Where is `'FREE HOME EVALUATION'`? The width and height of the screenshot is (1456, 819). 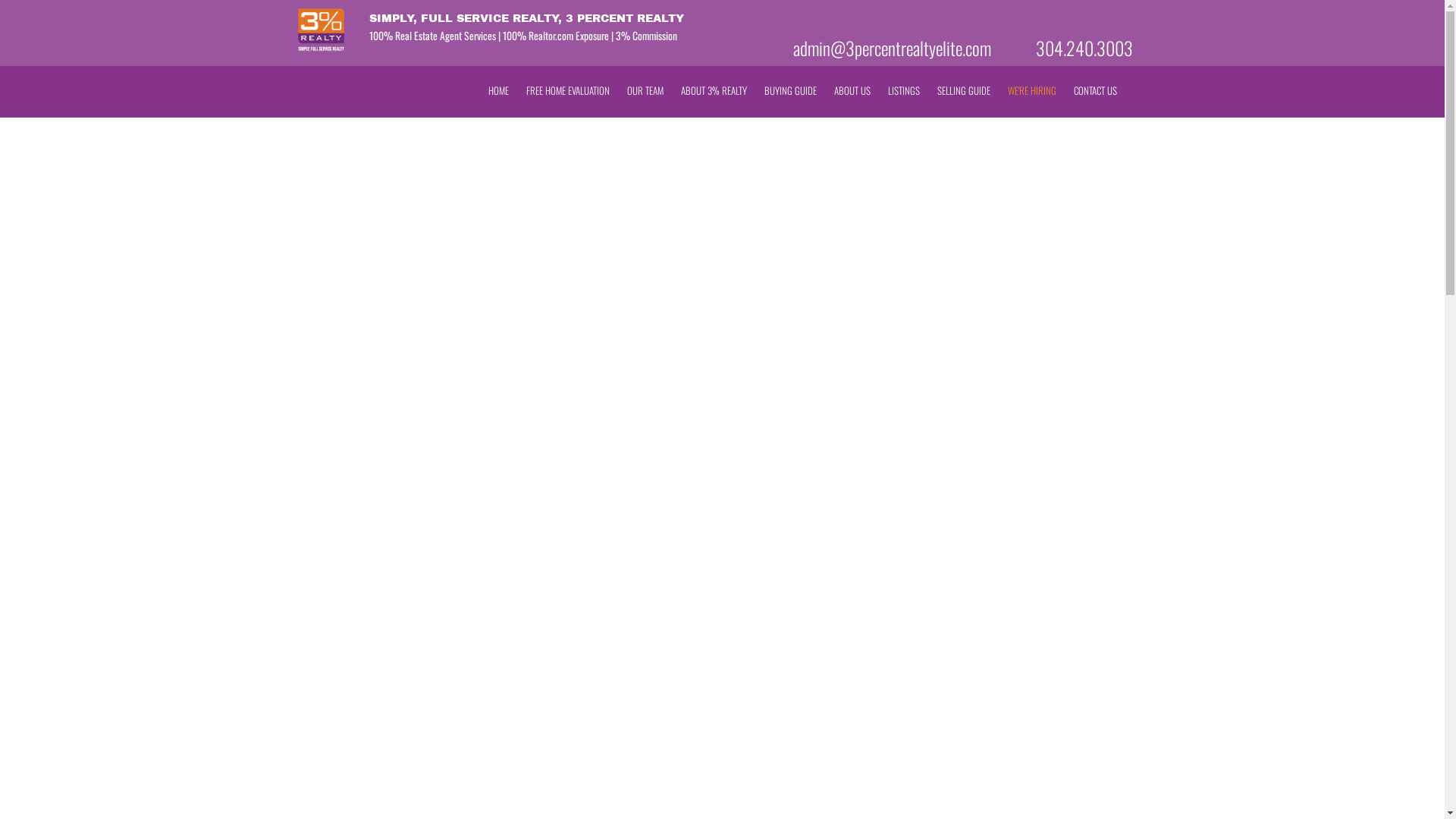
'FREE HOME EVALUATION' is located at coordinates (566, 90).